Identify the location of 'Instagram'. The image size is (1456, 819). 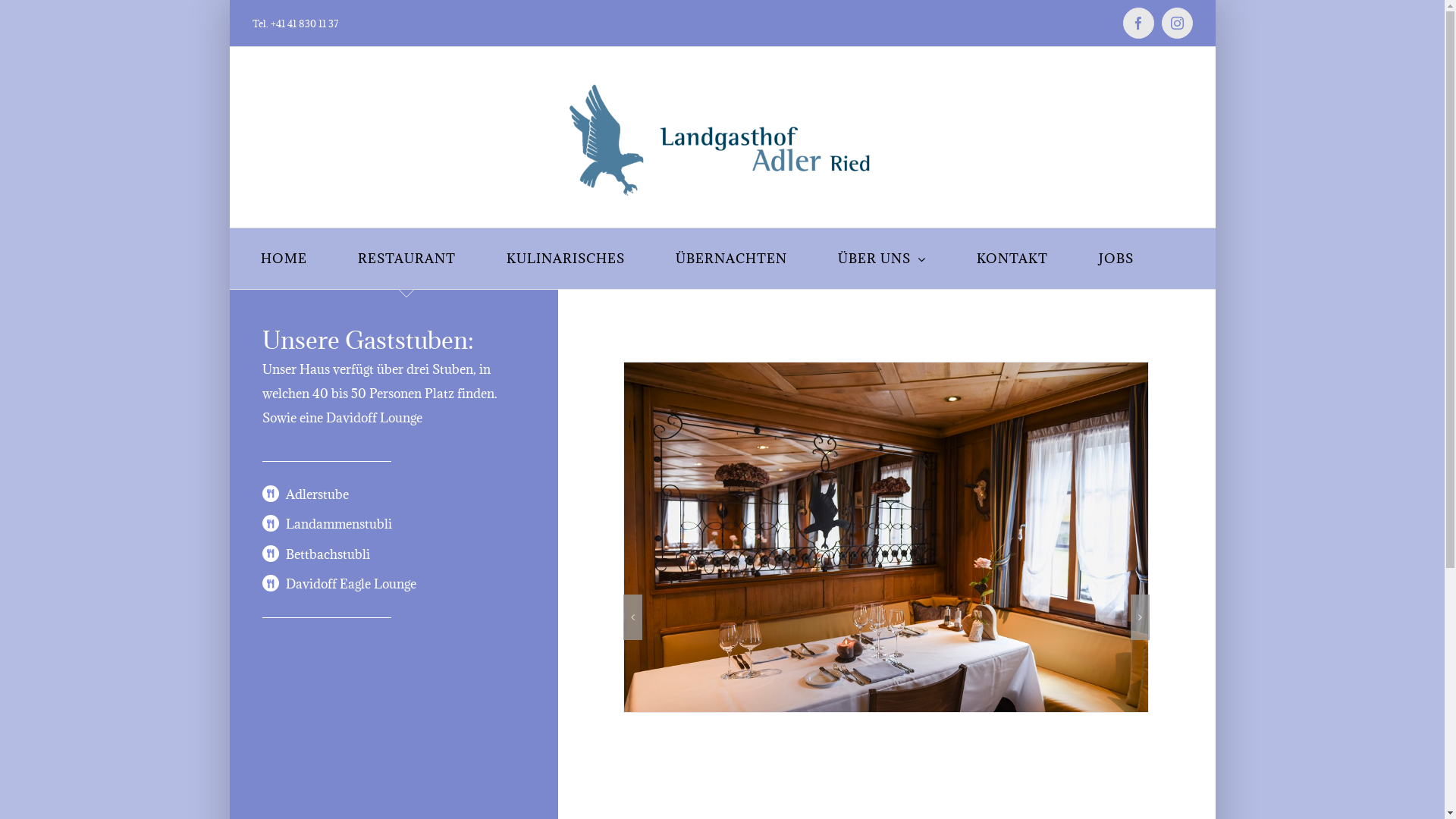
(1160, 23).